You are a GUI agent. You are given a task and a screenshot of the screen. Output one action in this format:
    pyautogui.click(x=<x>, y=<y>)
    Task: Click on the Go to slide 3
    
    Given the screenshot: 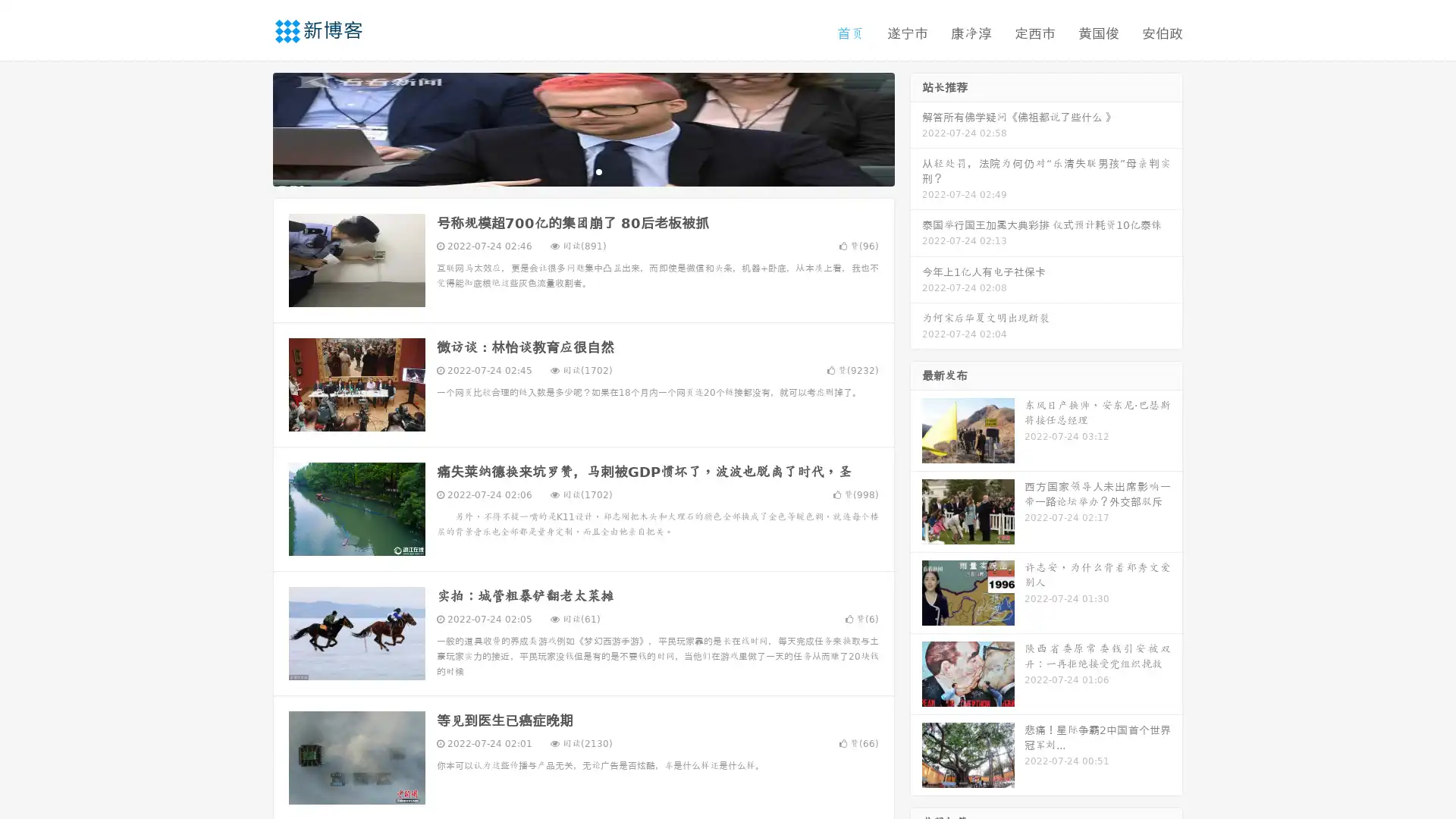 What is the action you would take?
    pyautogui.click(x=598, y=171)
    